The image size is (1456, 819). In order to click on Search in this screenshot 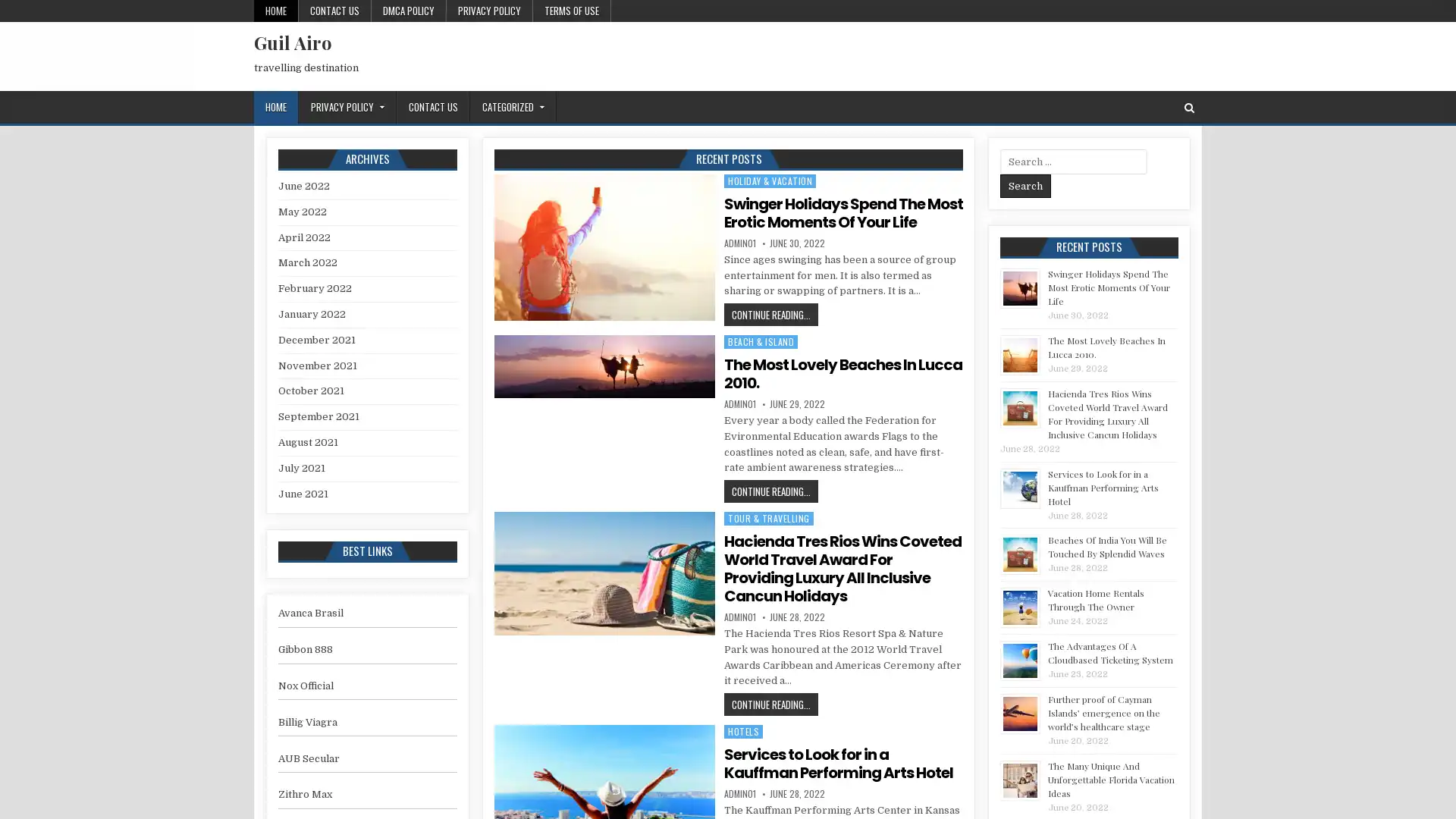, I will do `click(1025, 185)`.